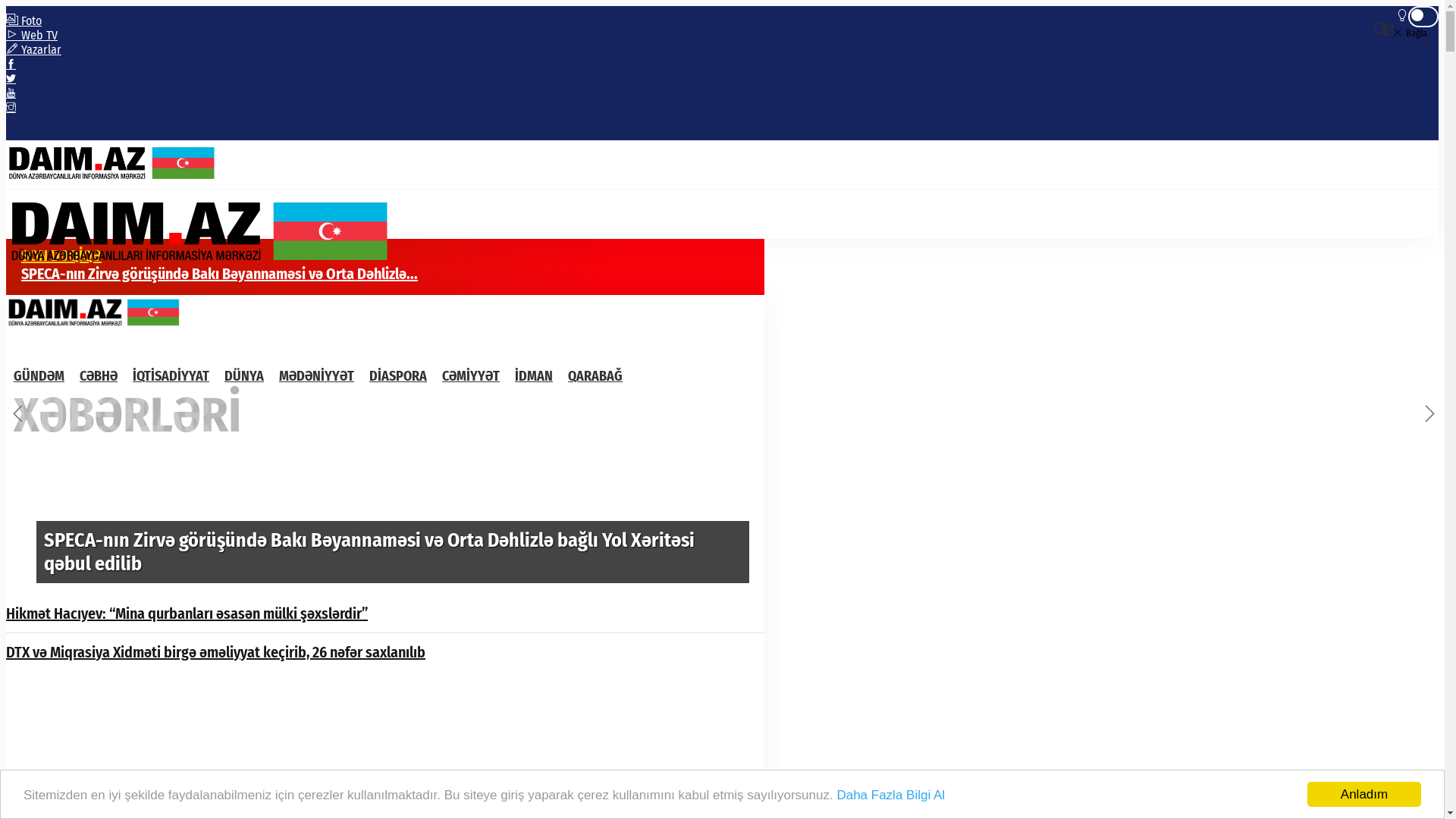 The height and width of the screenshot is (819, 1456). I want to click on 'Gece Modu', so click(1422, 17).